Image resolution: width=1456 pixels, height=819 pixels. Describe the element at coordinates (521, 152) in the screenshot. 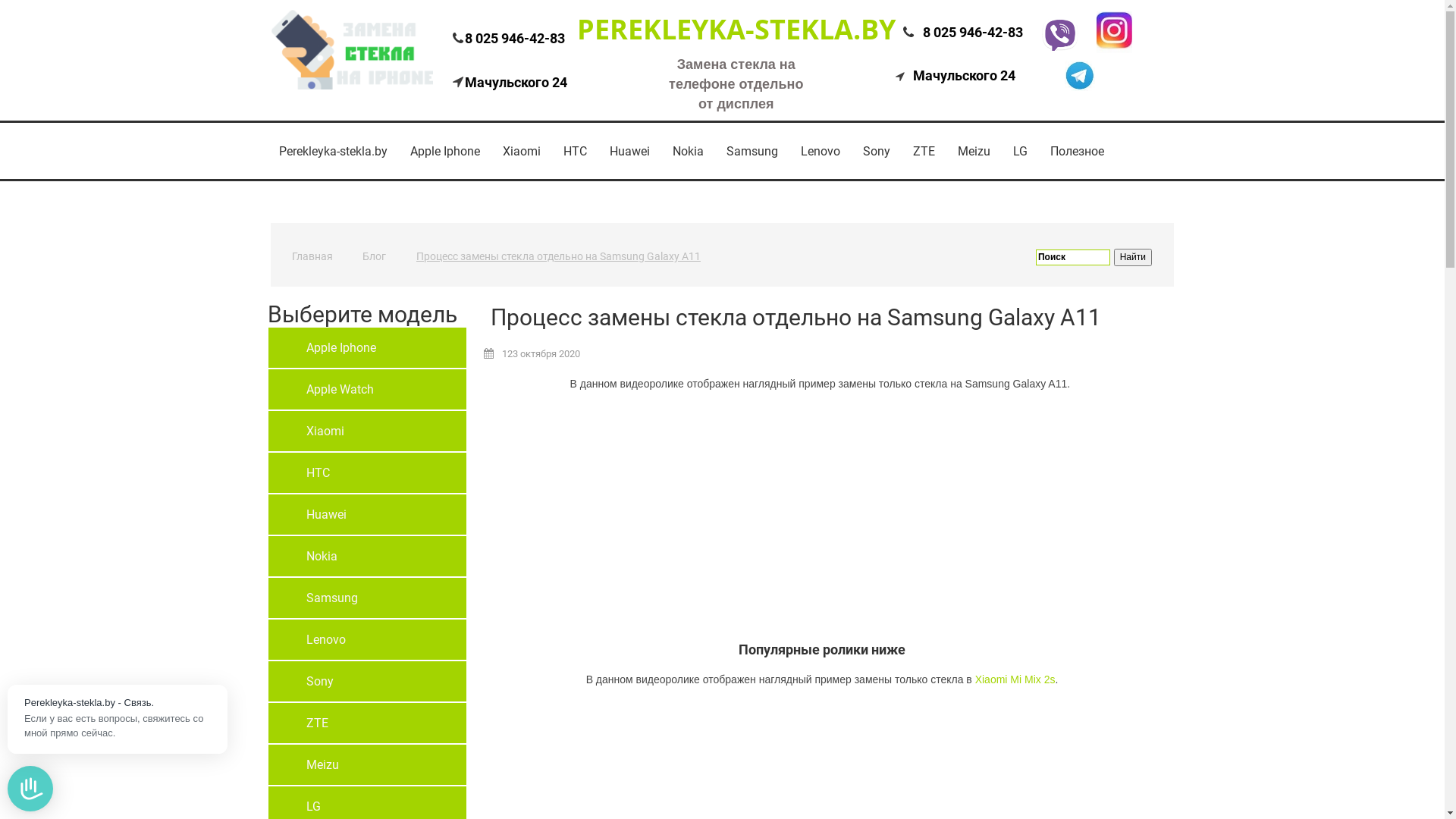

I see `'Xiaomi'` at that location.